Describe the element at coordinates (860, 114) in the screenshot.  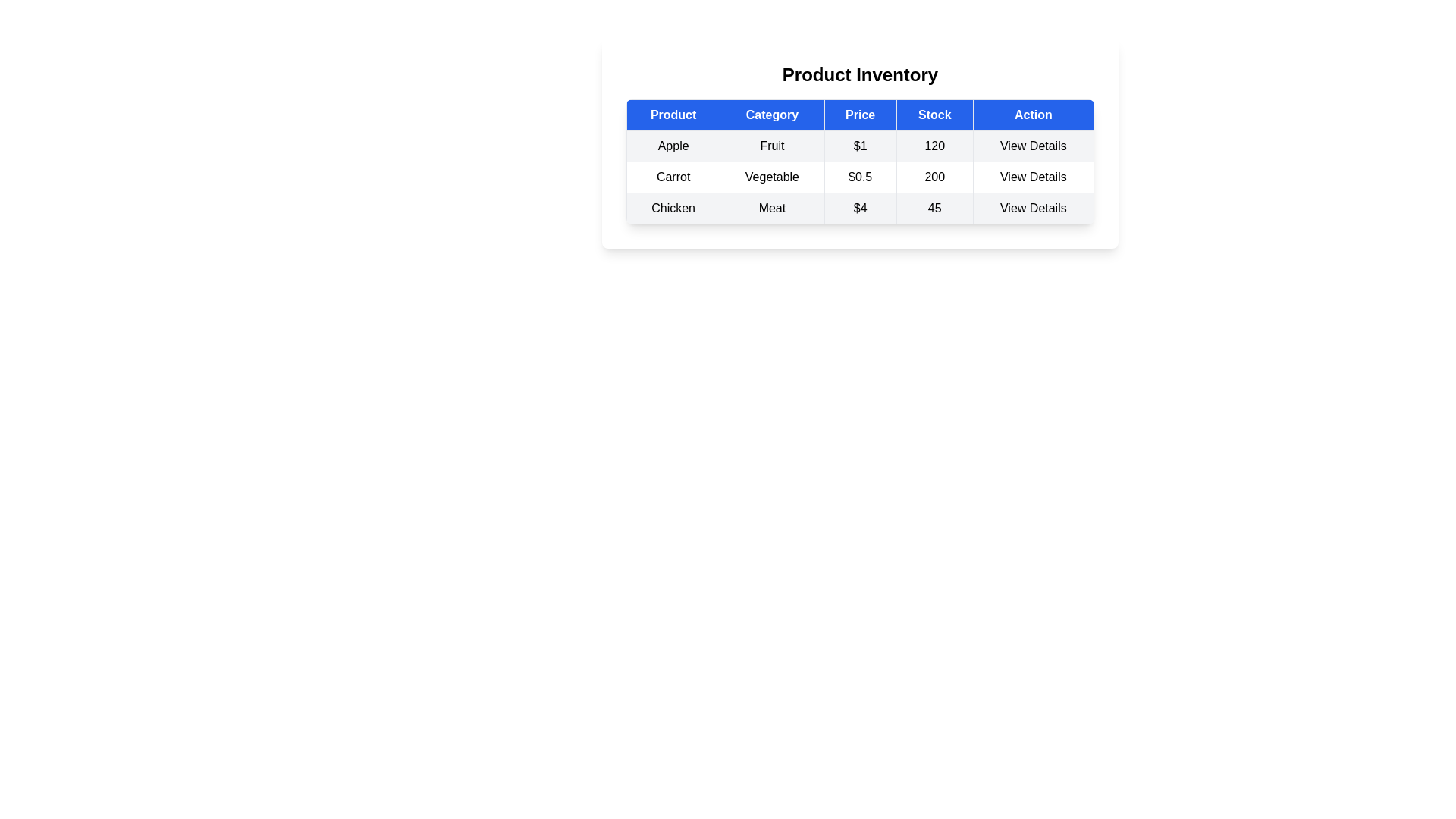
I see `the column header Price to inspect it` at that location.